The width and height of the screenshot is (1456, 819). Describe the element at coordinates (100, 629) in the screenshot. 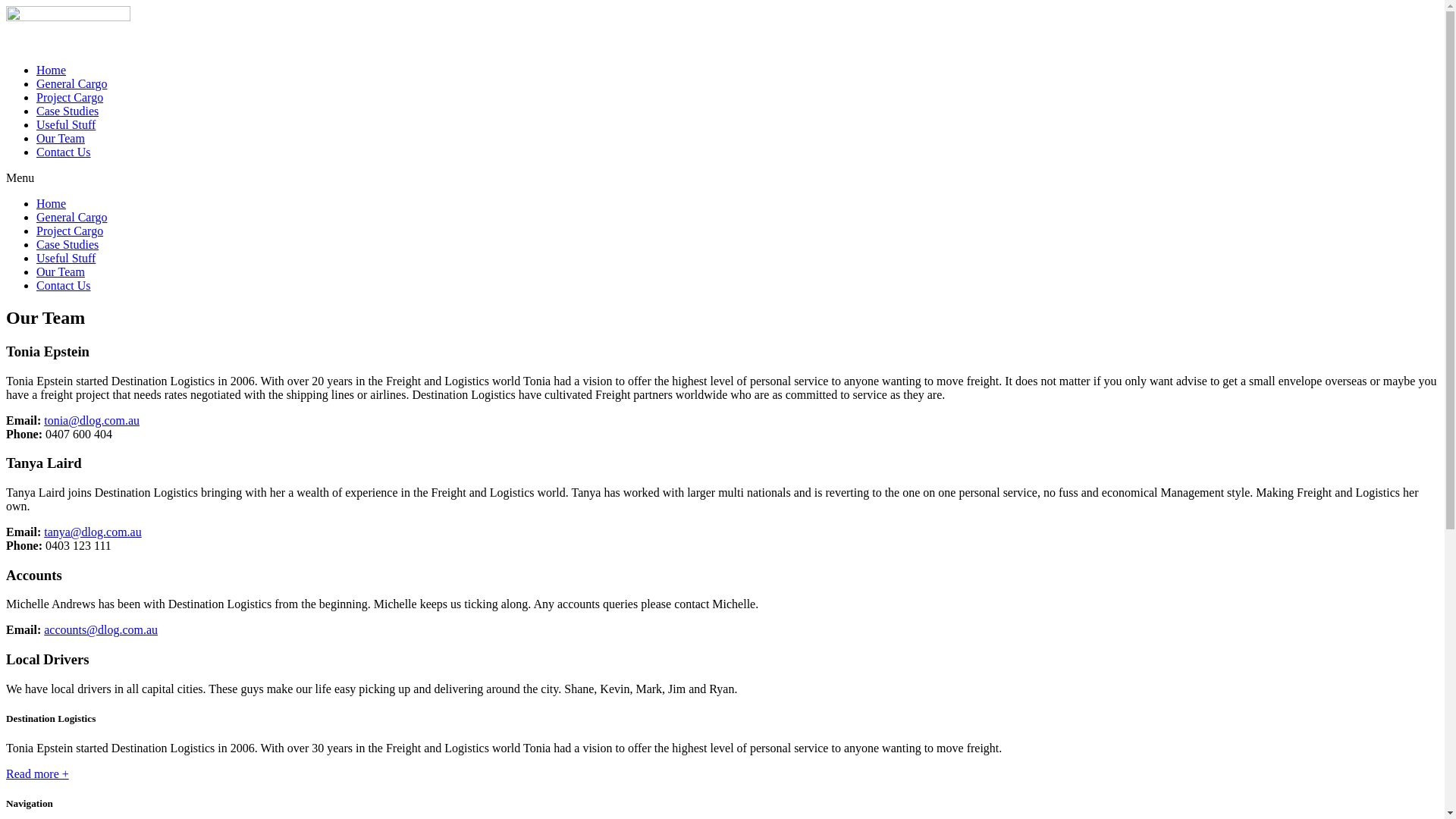

I see `'accounts@dlog.com.au'` at that location.